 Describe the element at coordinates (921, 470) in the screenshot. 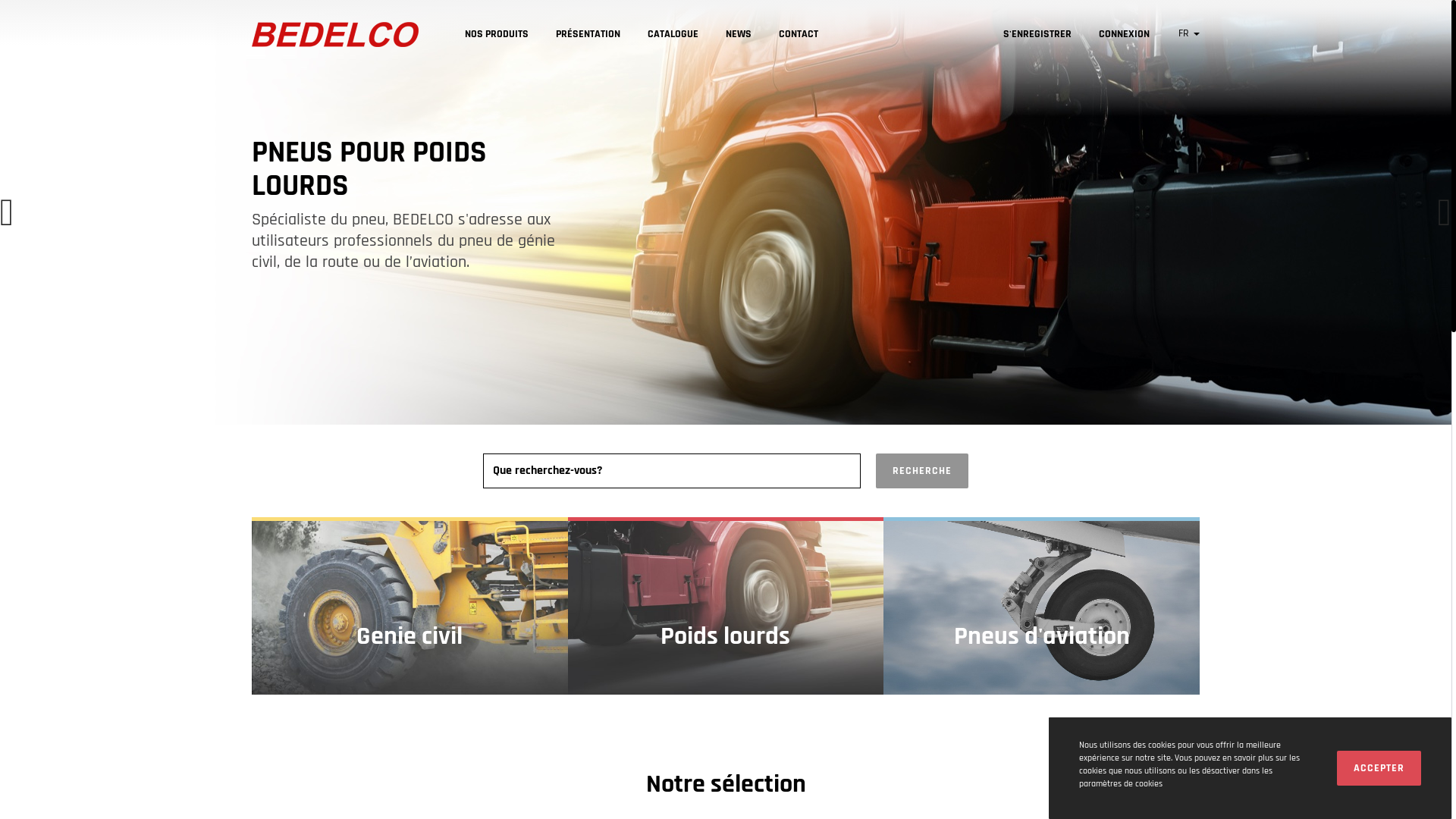

I see `'RECHERCHE'` at that location.